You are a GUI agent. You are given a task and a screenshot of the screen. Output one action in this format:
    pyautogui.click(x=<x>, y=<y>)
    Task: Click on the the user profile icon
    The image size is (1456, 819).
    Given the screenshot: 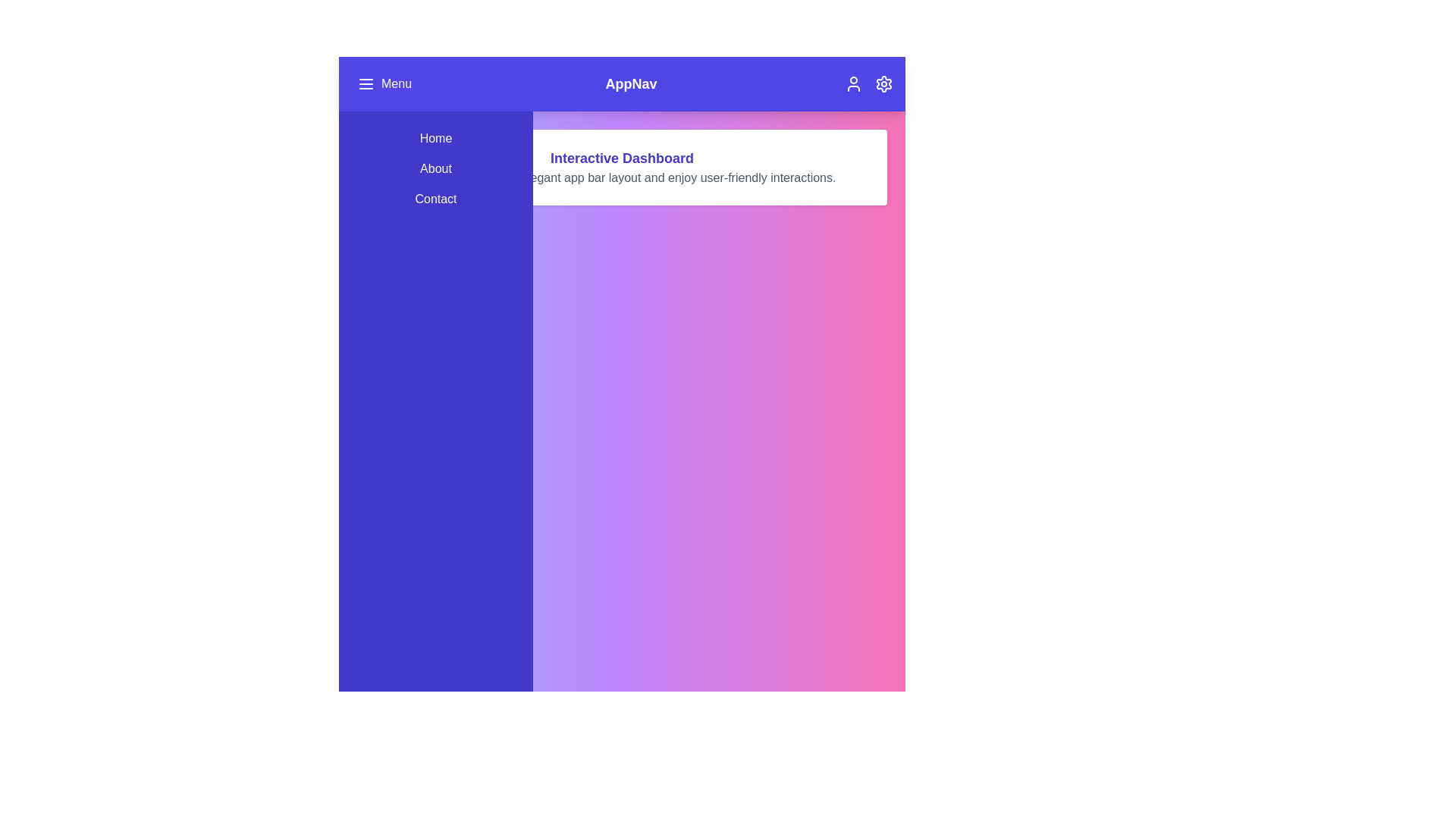 What is the action you would take?
    pyautogui.click(x=853, y=84)
    